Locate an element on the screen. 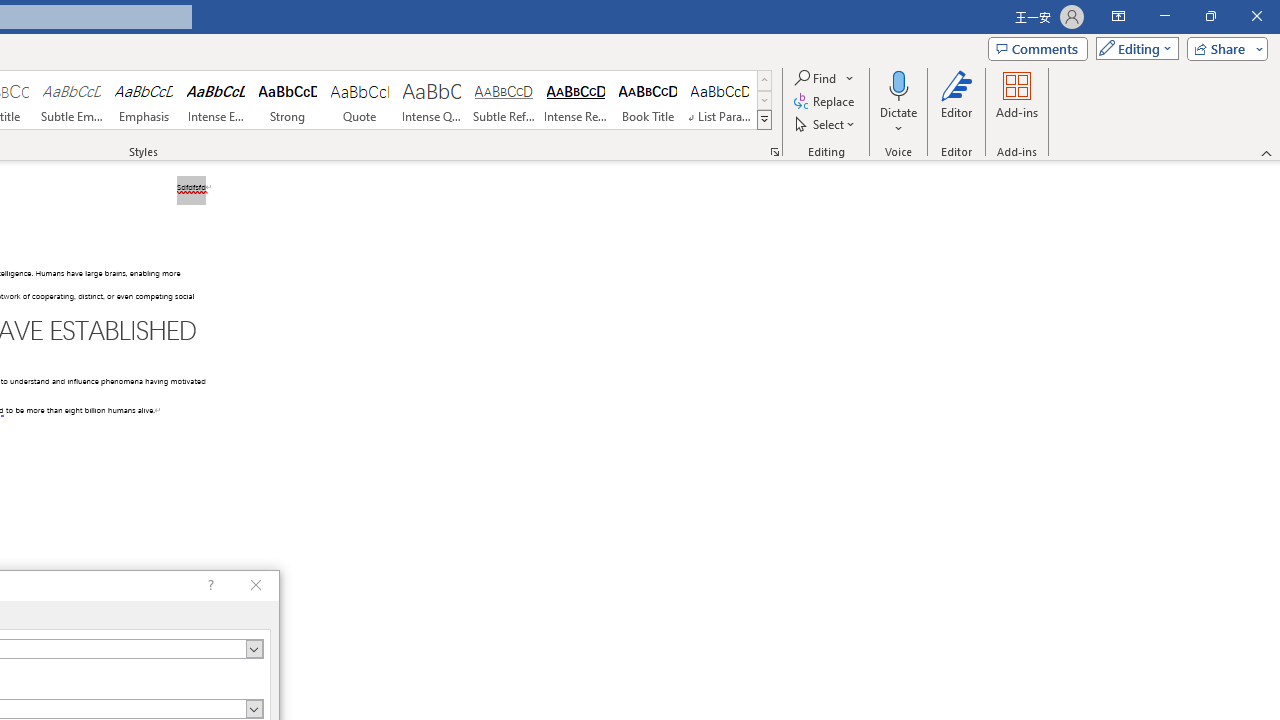 This screenshot has width=1280, height=720. 'Book Title' is located at coordinates (647, 100).